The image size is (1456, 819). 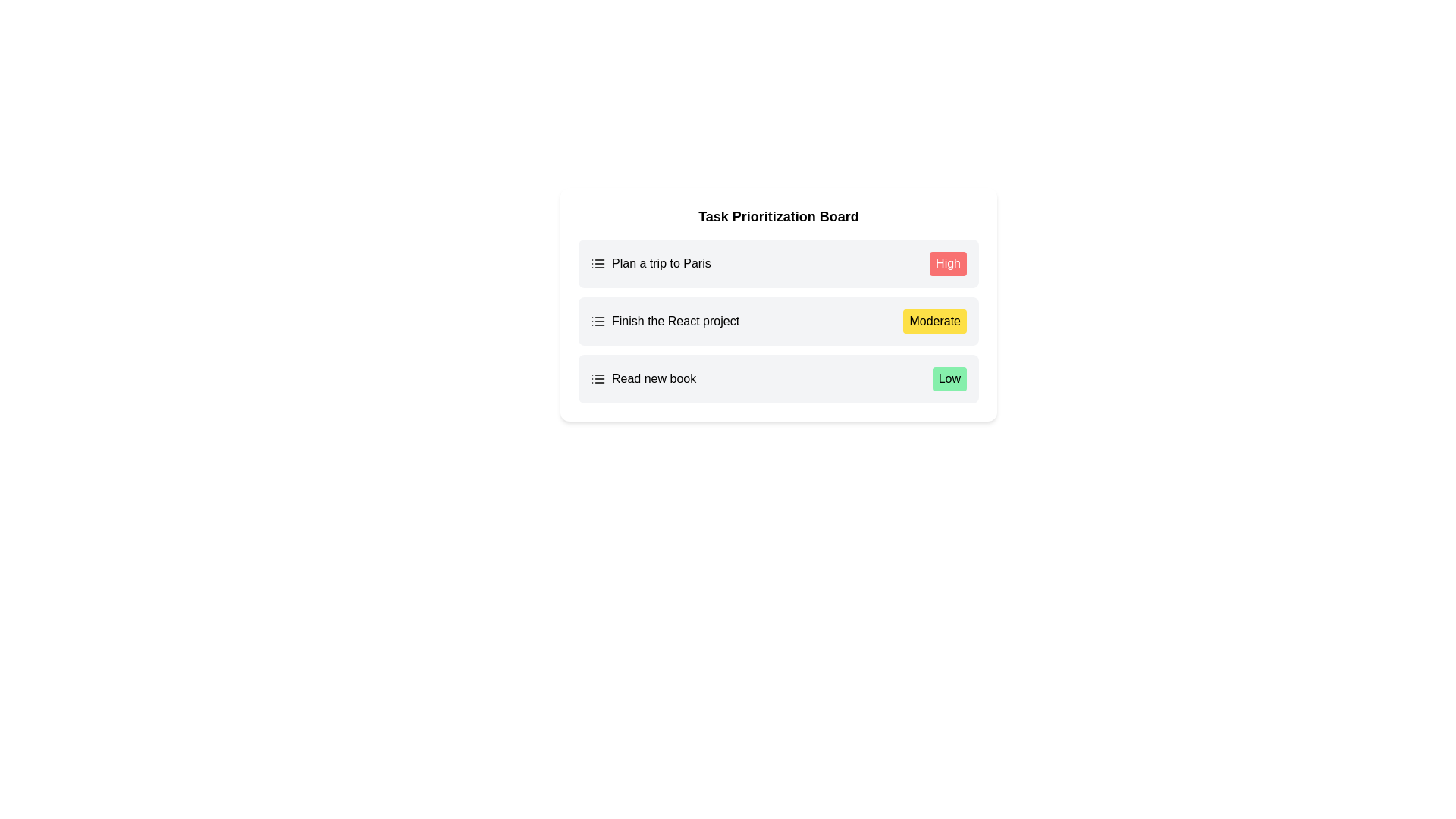 I want to click on the task list entry displaying the task name and priority details located at the bottom of the list, just to the left of the green 'Low' status label, so click(x=643, y=378).